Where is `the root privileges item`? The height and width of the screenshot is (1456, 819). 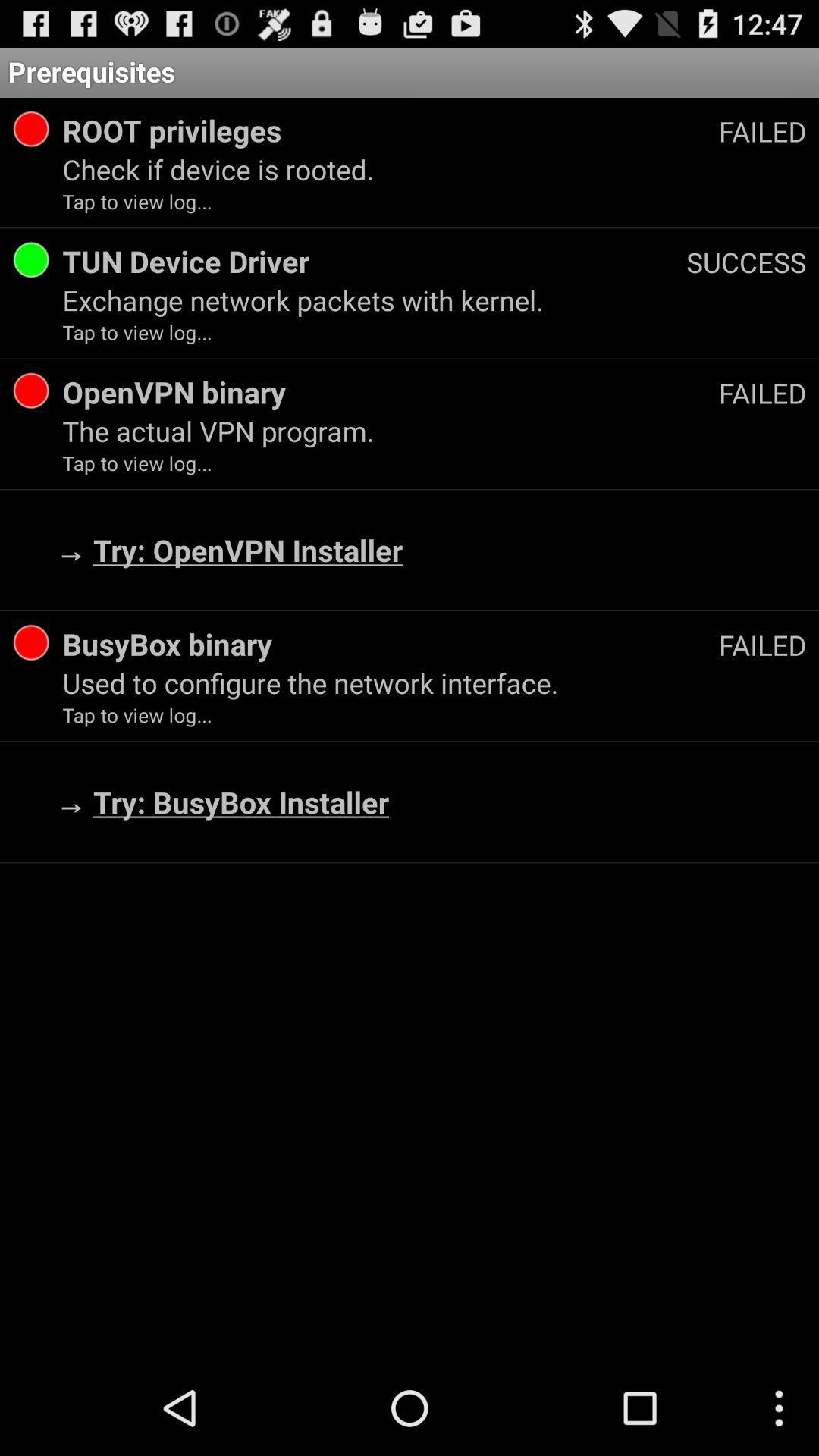
the root privileges item is located at coordinates (390, 130).